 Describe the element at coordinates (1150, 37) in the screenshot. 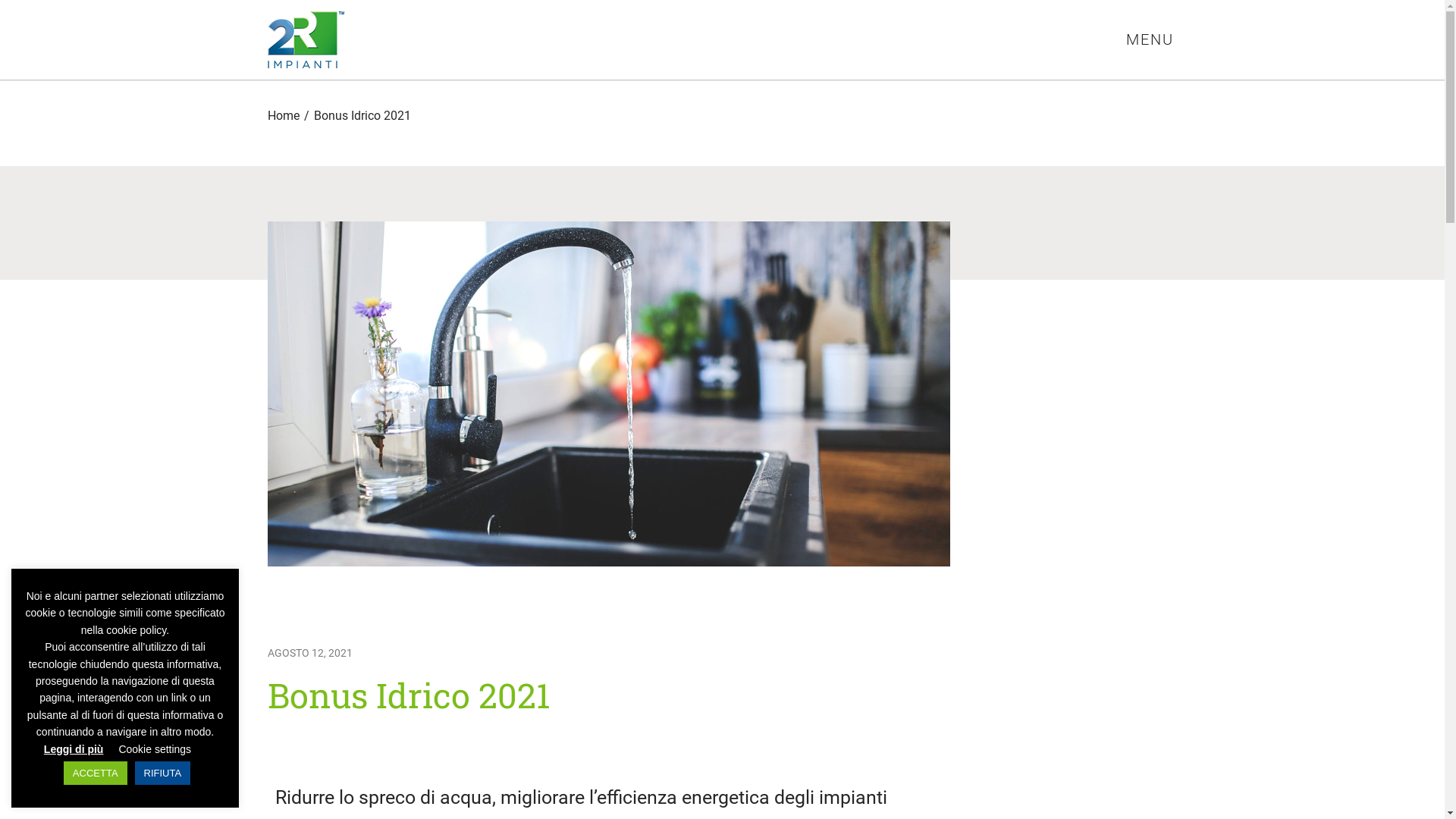

I see `'MENU'` at that location.